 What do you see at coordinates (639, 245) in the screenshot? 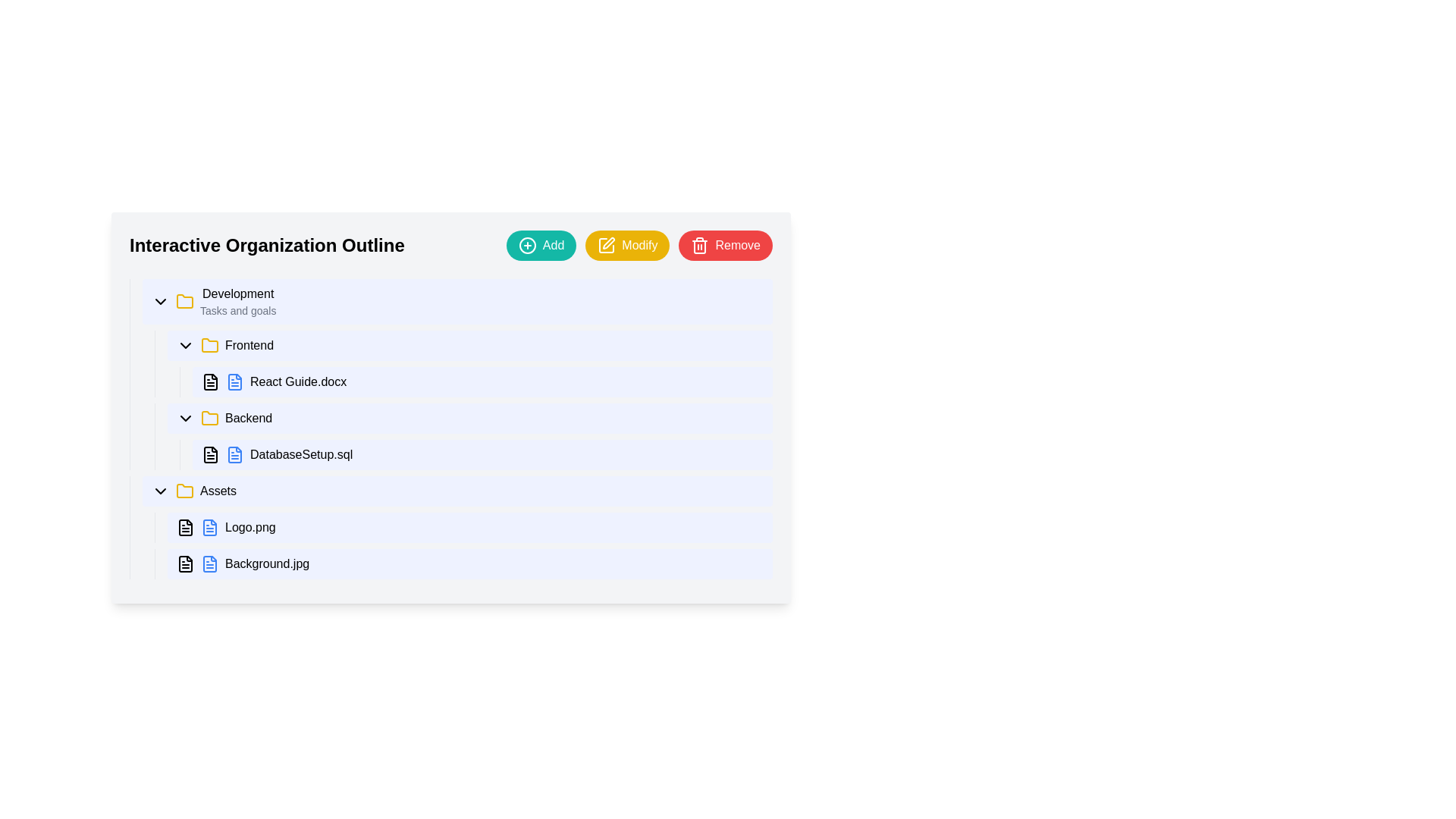
I see `the 'Modify' button with a yellow background and a pen icon` at bounding box center [639, 245].